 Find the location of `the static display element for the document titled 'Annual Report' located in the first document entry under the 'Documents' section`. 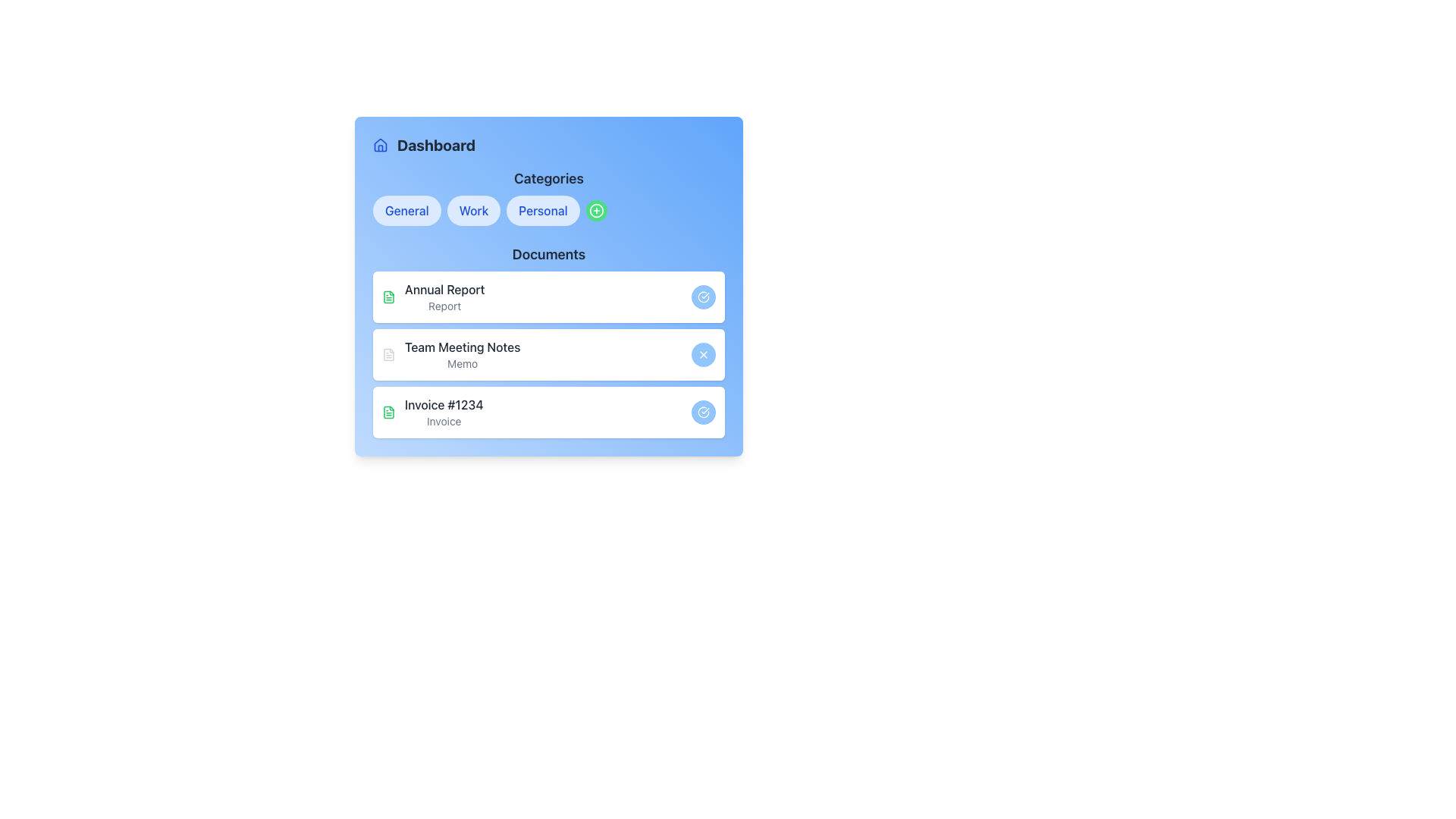

the static display element for the document titled 'Annual Report' located in the first document entry under the 'Documents' section is located at coordinates (432, 297).